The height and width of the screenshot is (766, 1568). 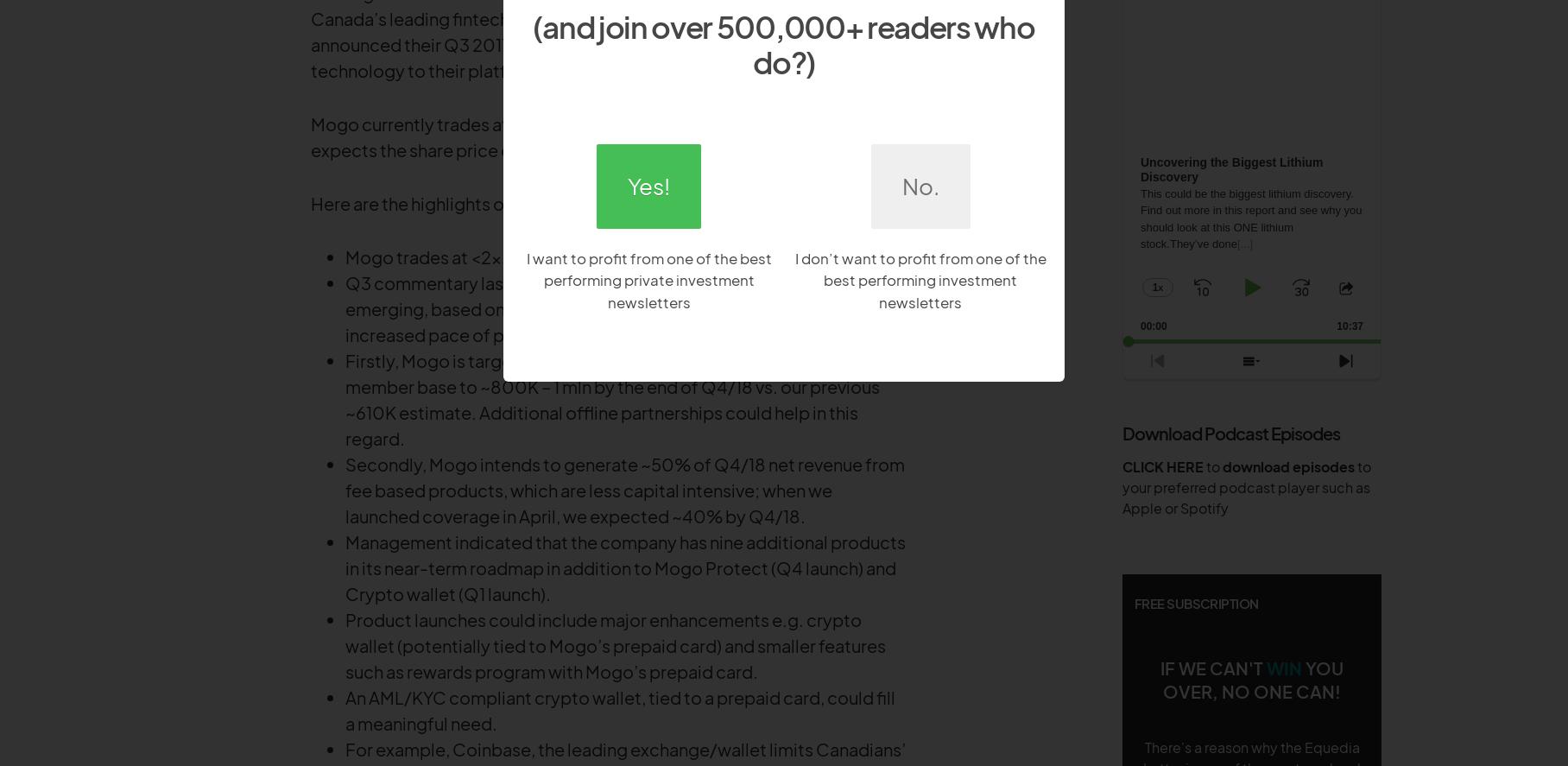 I want to click on 'Product launches could include major enhancements e.g. crypto wallet (potentially tied to Mogo’s prepaid card) and smaller features such as rewards program with Mogo’s prepaid card.', so click(x=614, y=644).